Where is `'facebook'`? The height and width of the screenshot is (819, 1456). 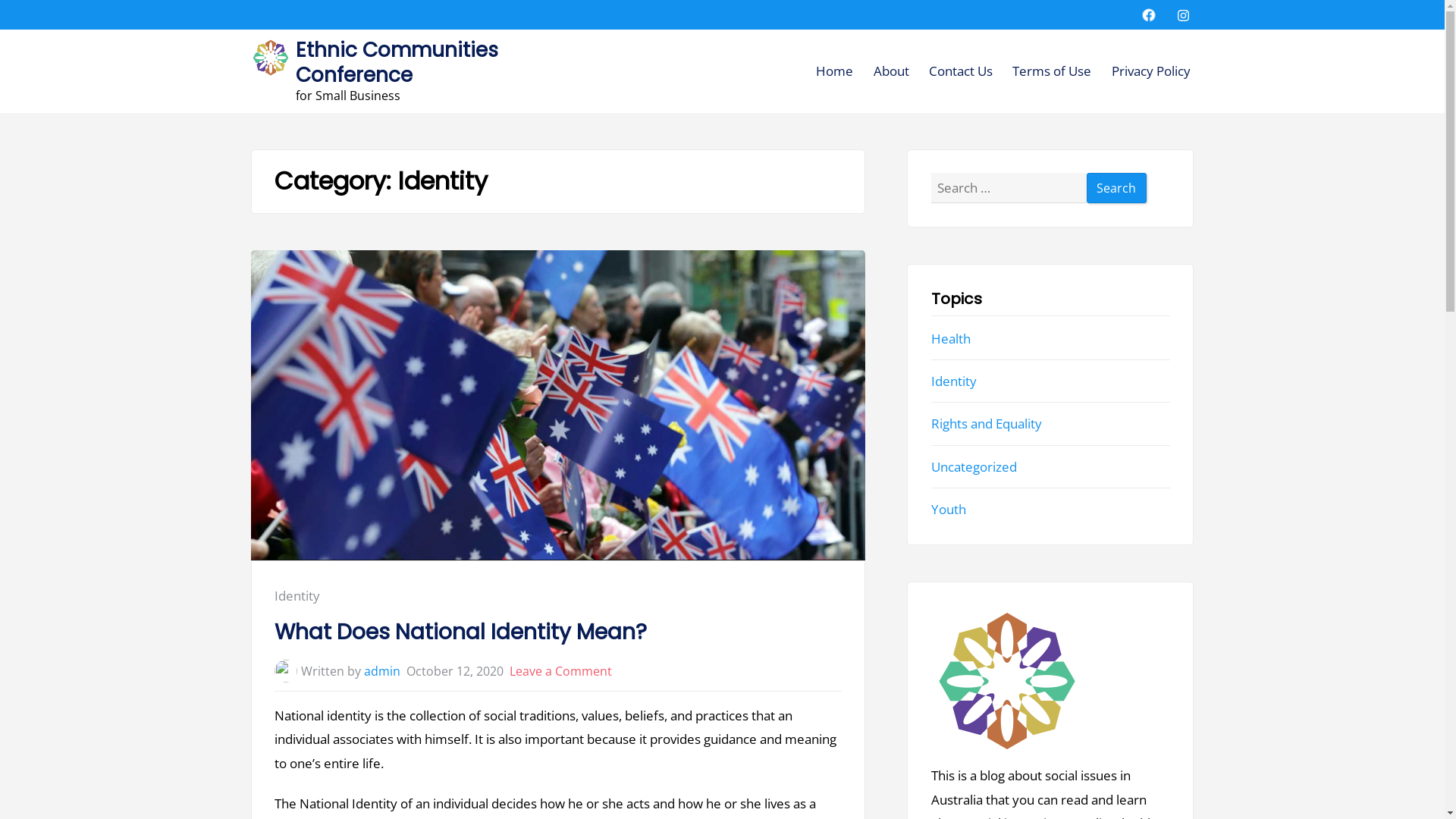
'facebook' is located at coordinates (1149, 14).